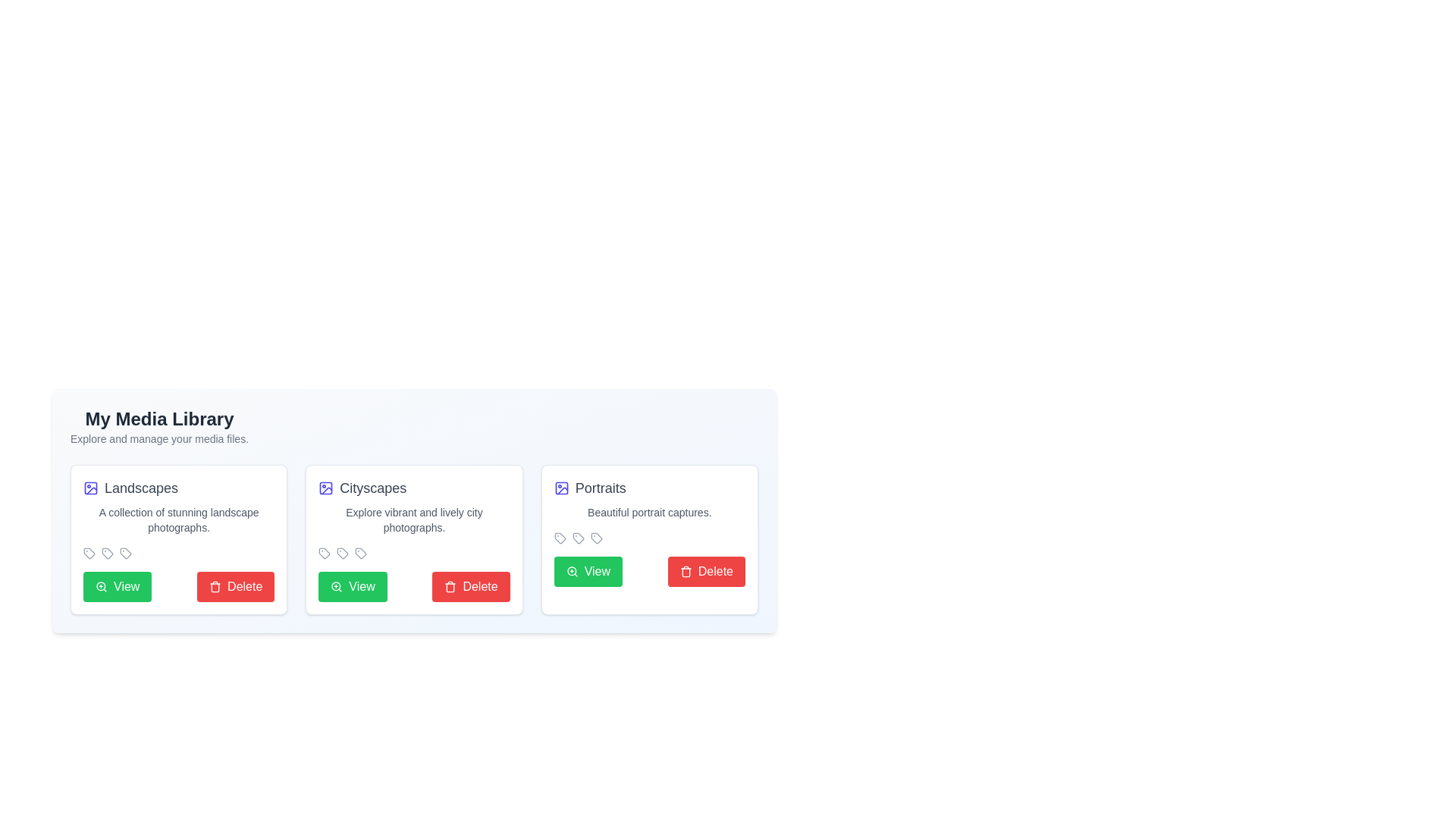 The image size is (1456, 819). Describe the element at coordinates (450, 586) in the screenshot. I see `the trash can icon representing the 'Delete' button located at the bottom-right corner of the 'Cityscapes' card` at that location.